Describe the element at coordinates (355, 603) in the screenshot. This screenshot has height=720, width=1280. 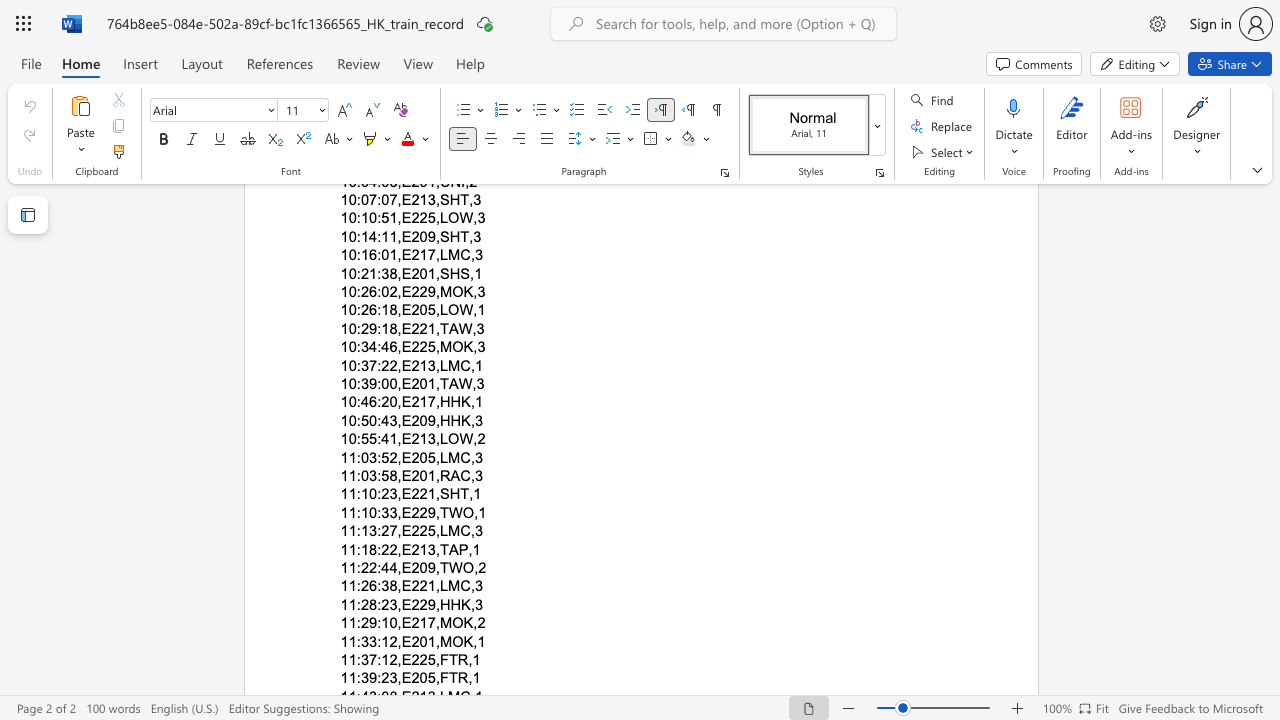
I see `the space between the continuous character "1" and ":" in the text` at that location.